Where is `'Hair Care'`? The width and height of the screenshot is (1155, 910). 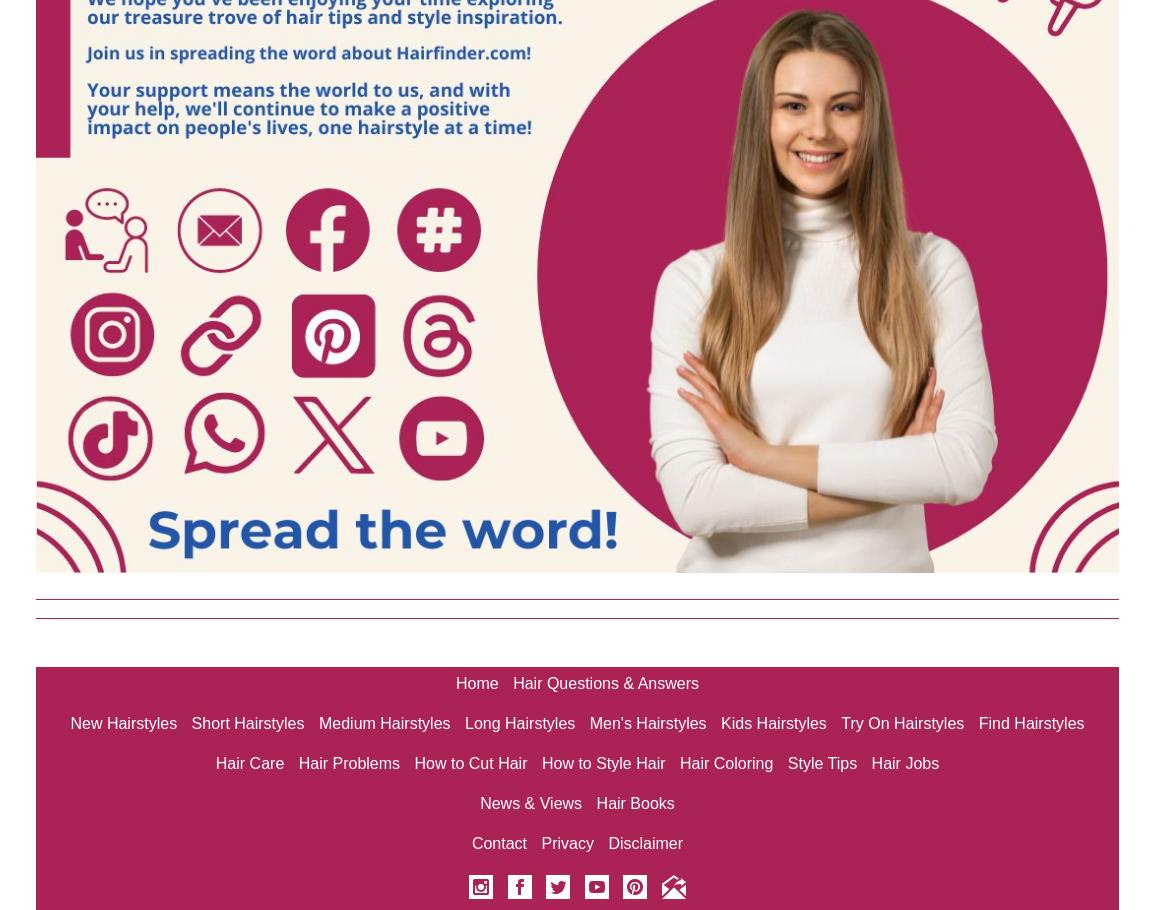 'Hair Care' is located at coordinates (249, 763).